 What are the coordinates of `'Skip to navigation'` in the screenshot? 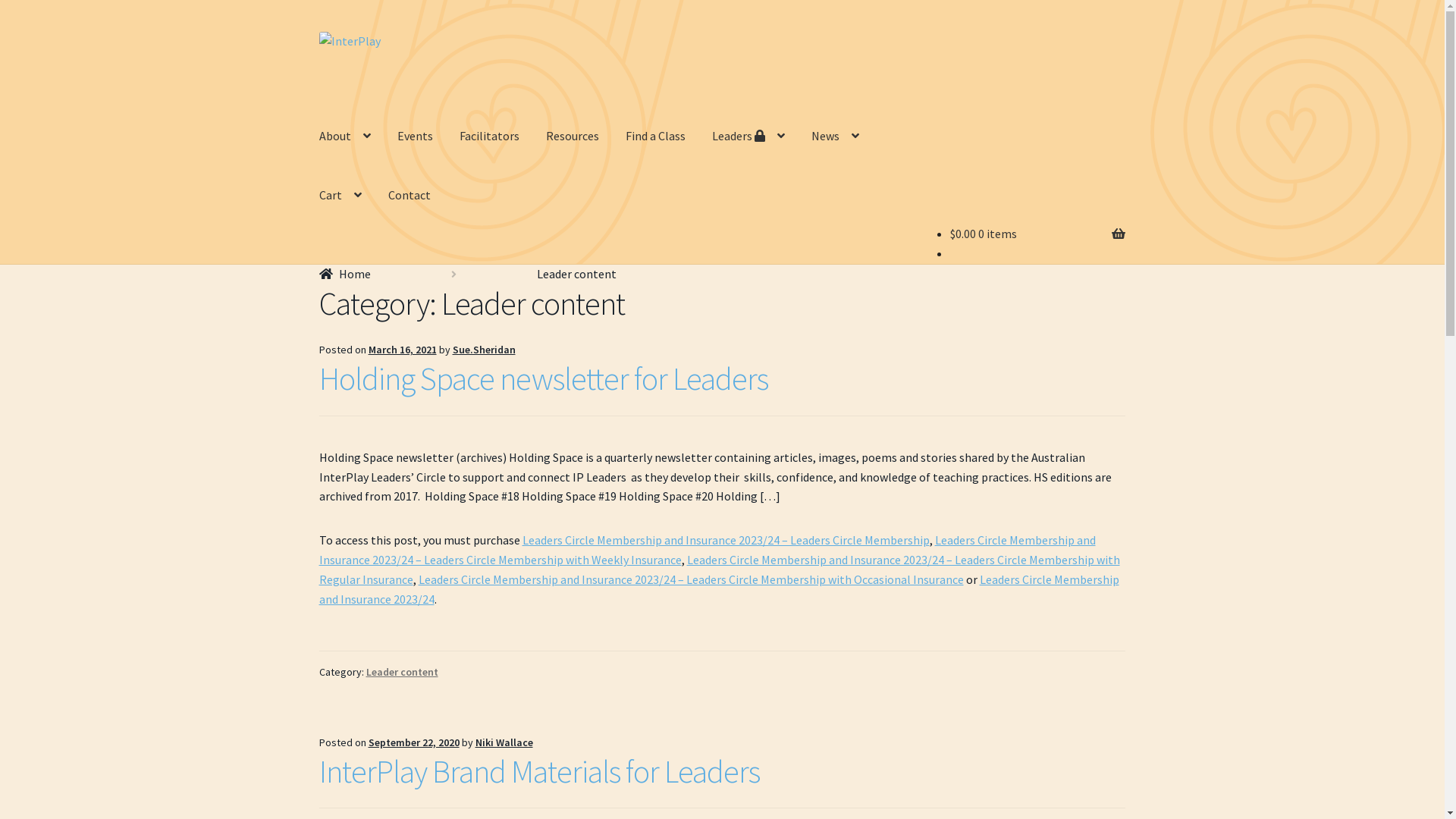 It's located at (318, 31).